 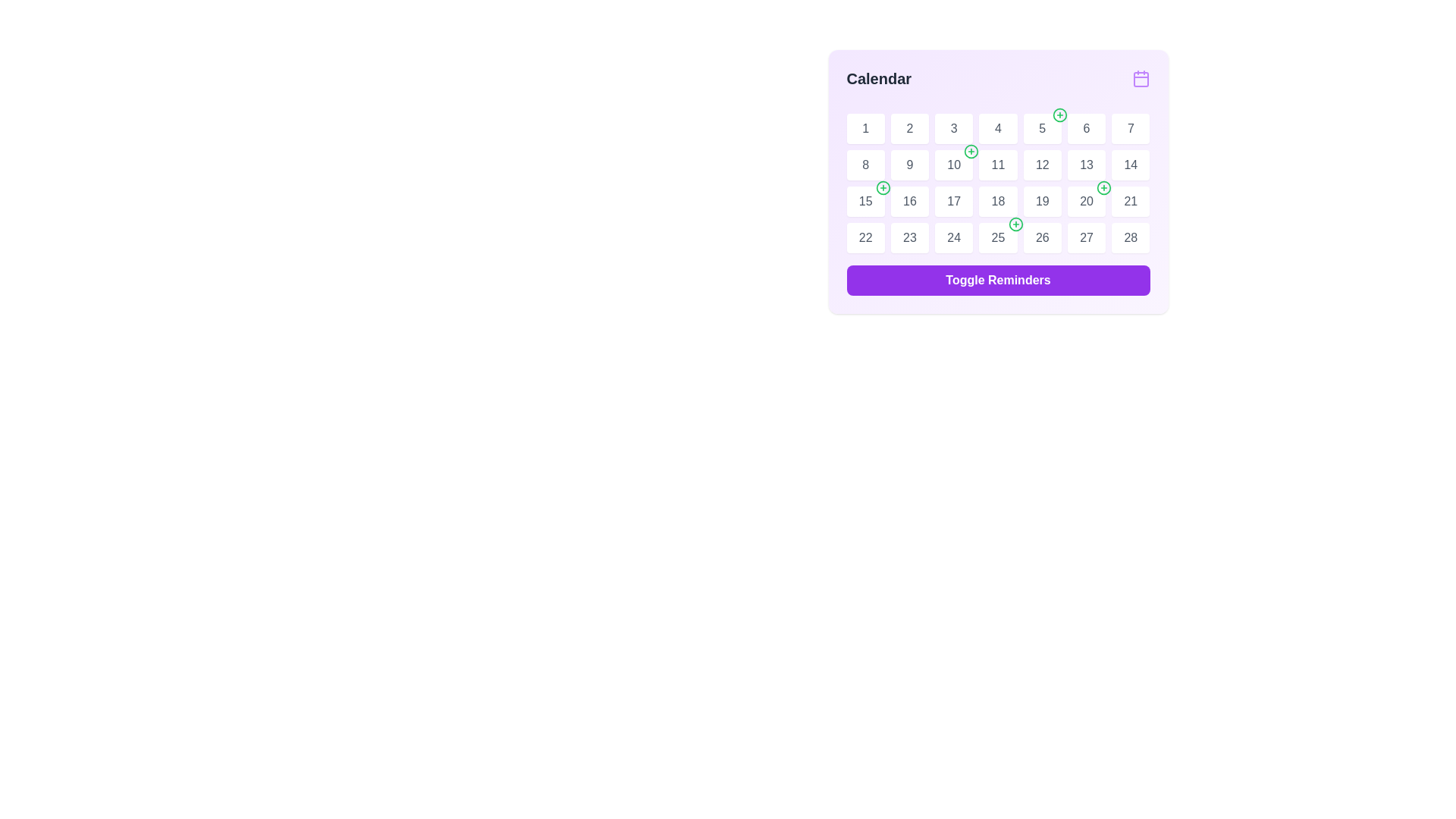 What do you see at coordinates (910, 165) in the screenshot?
I see `the text label displaying the number '9' in light gray` at bounding box center [910, 165].